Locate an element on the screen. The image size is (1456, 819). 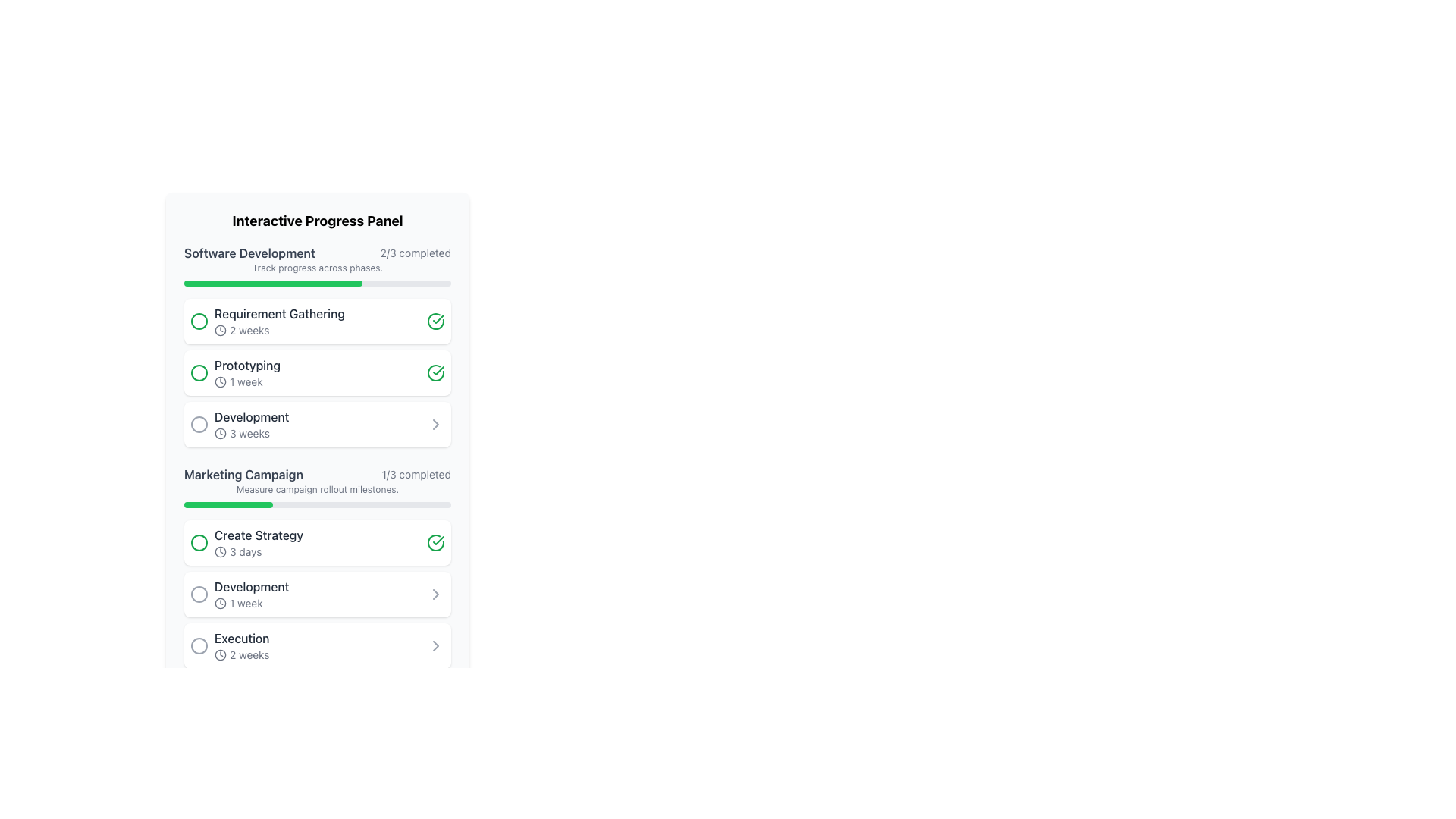
the List item titled 'Prototyping 1 week' which has a bold title 'Prototyping' and is visually encapsulated in a white rectangular card under the 'Software Development' section is located at coordinates (234, 373).